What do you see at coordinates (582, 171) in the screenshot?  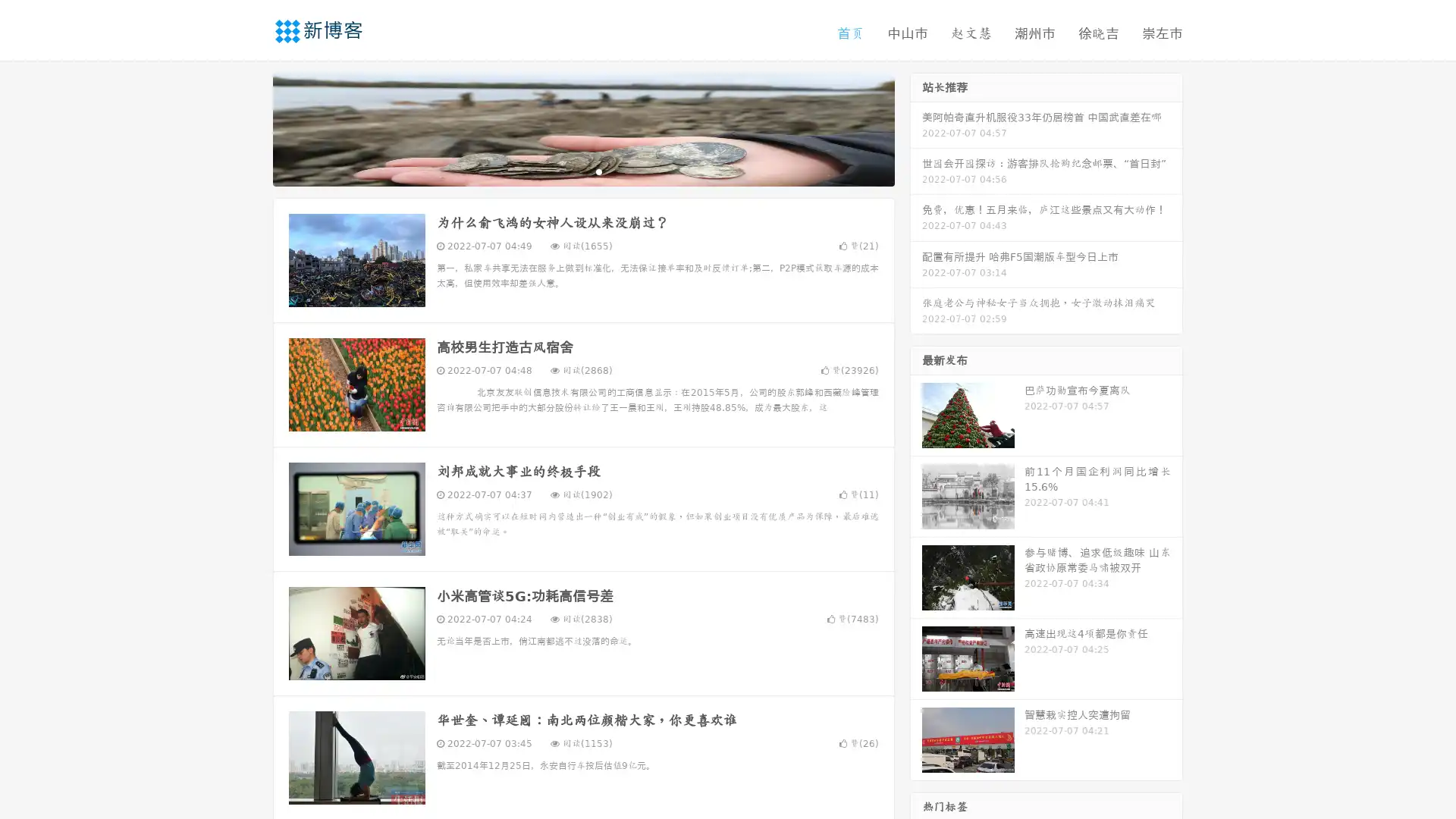 I see `Go to slide 2` at bounding box center [582, 171].